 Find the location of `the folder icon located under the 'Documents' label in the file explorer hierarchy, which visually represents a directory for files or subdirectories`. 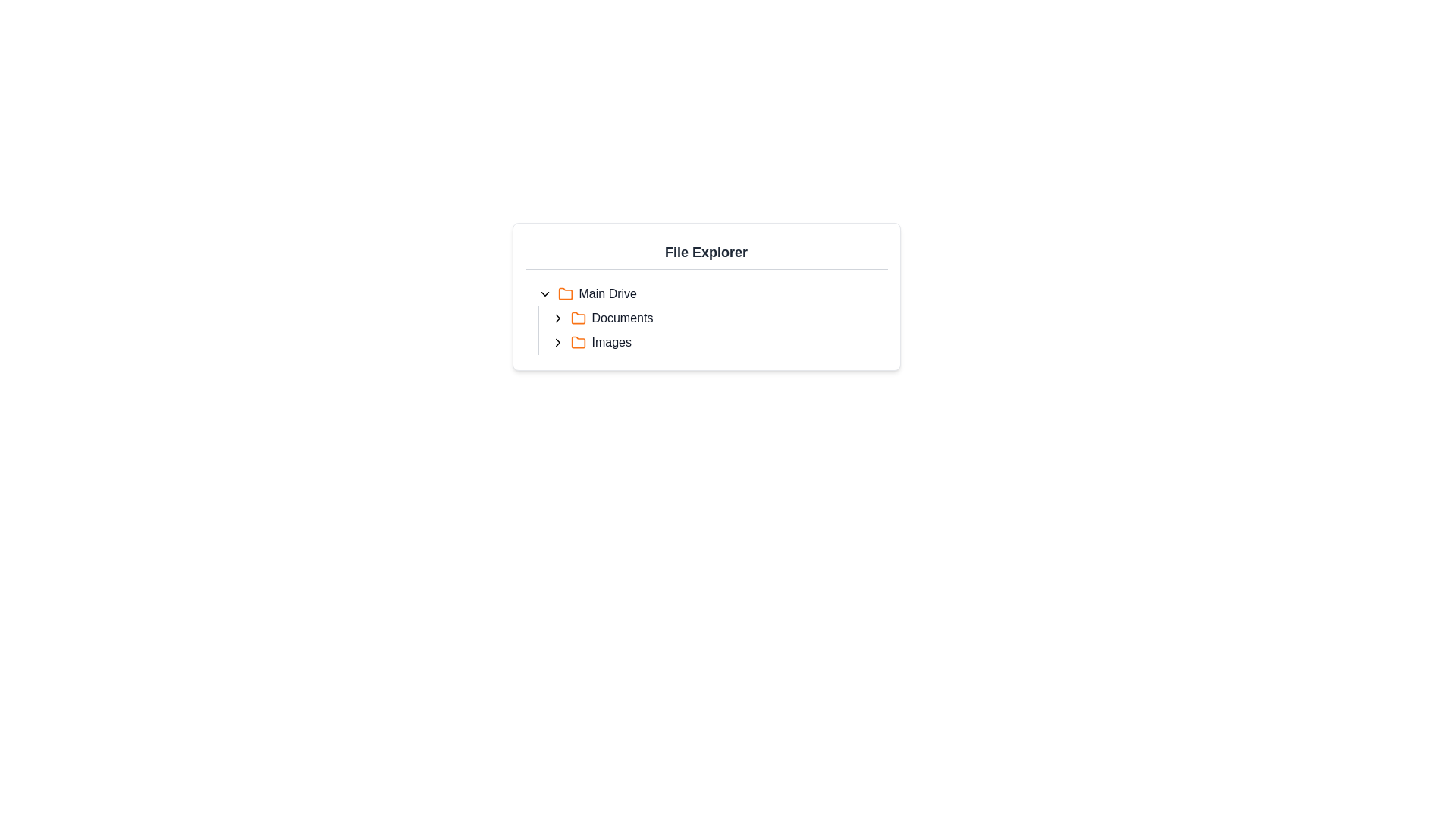

the folder icon located under the 'Documents' label in the file explorer hierarchy, which visually represents a directory for files or subdirectories is located at coordinates (577, 317).